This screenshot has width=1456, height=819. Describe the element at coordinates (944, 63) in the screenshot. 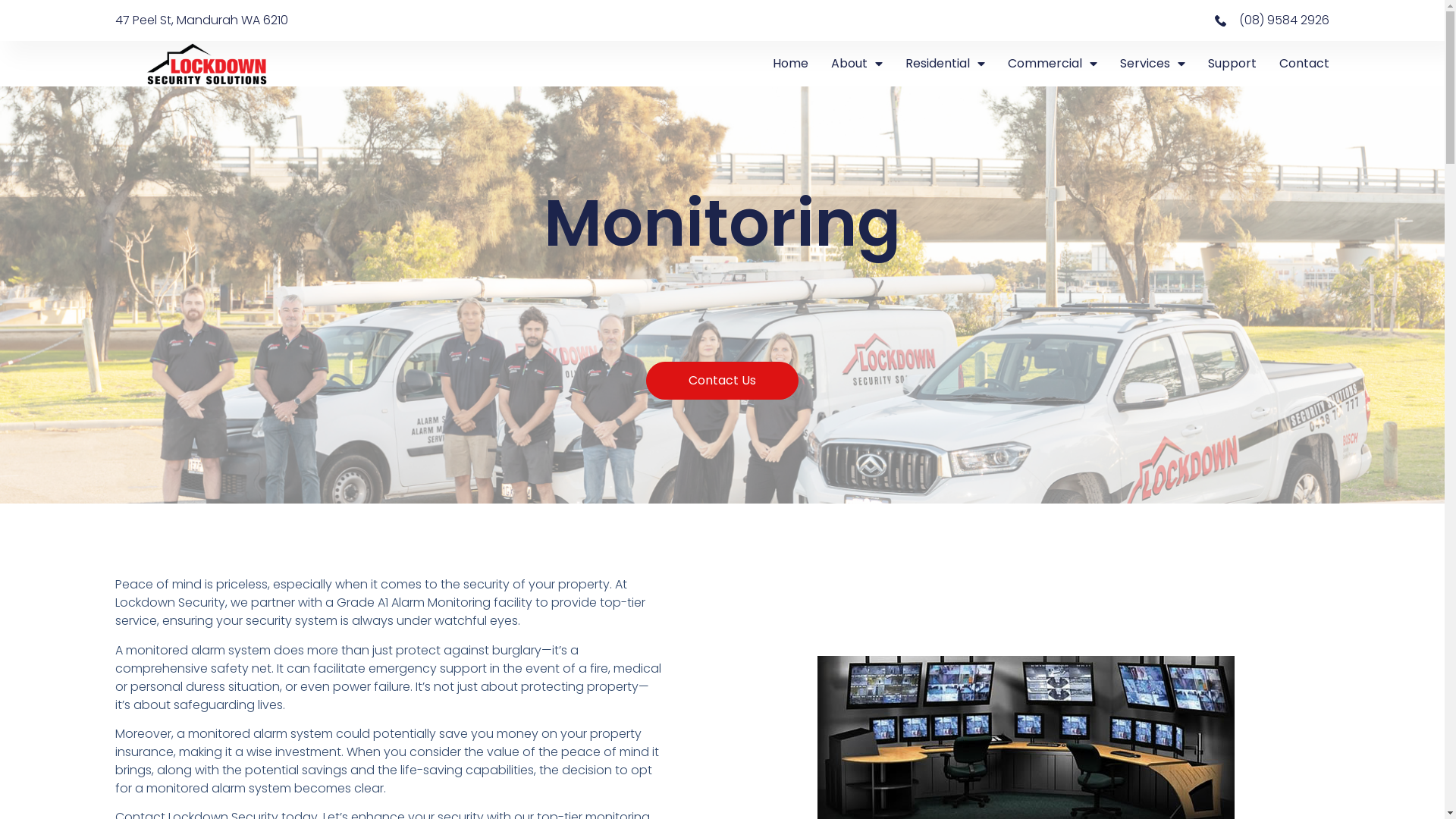

I see `'Residential'` at that location.